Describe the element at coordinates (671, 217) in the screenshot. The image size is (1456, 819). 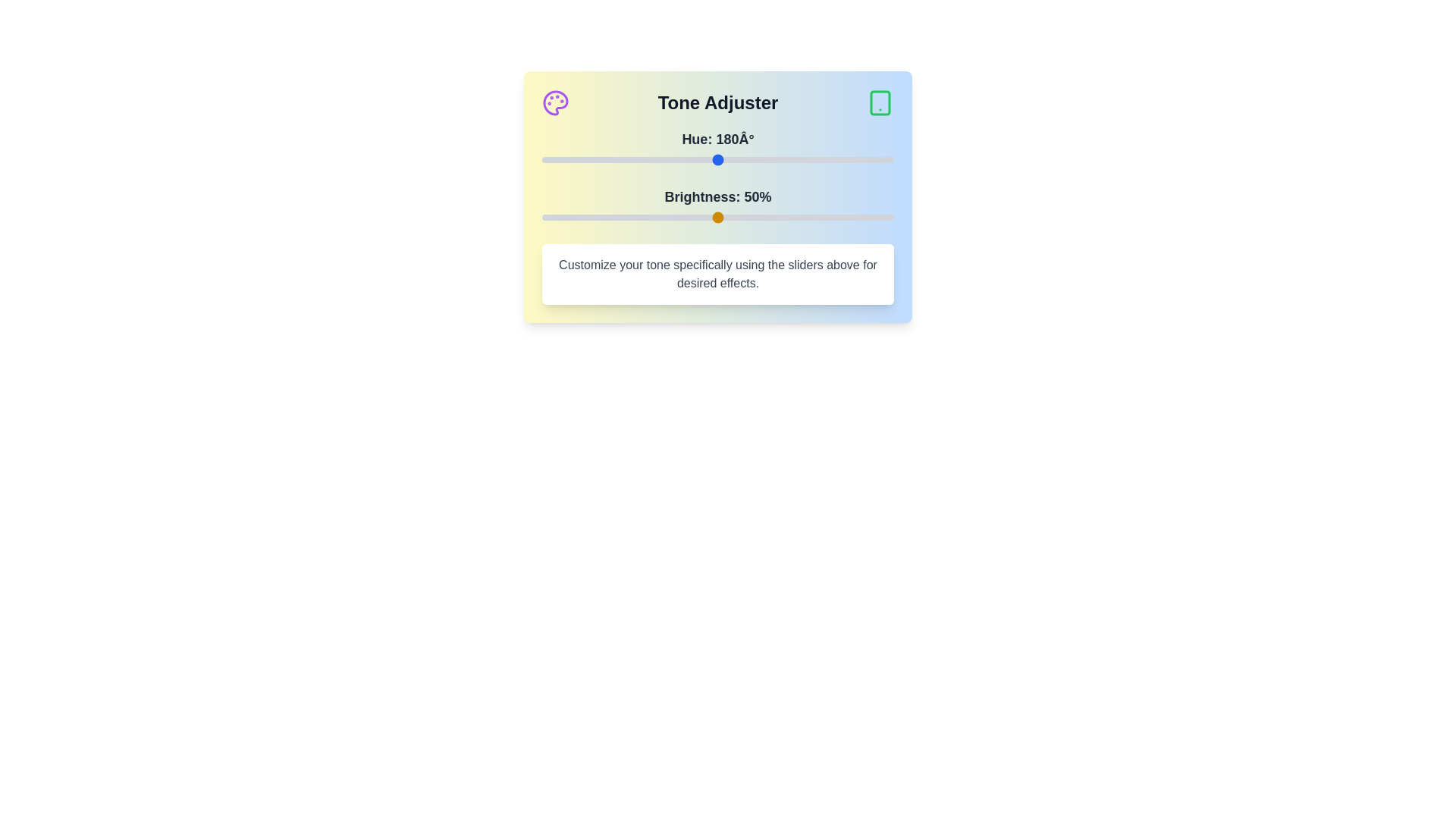
I see `the brightness slider to 37%` at that location.